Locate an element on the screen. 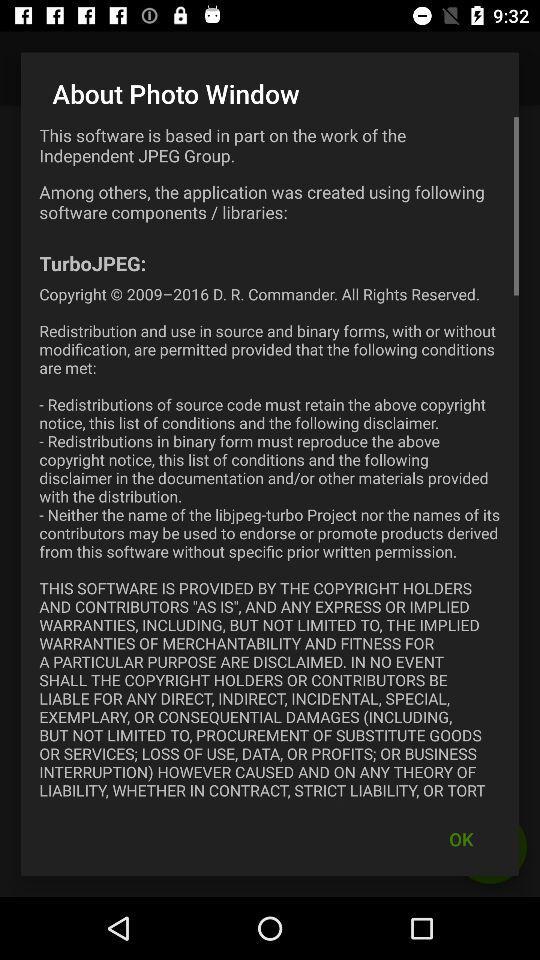 This screenshot has height=960, width=540. item below copyright 2009 2016 is located at coordinates (461, 839).